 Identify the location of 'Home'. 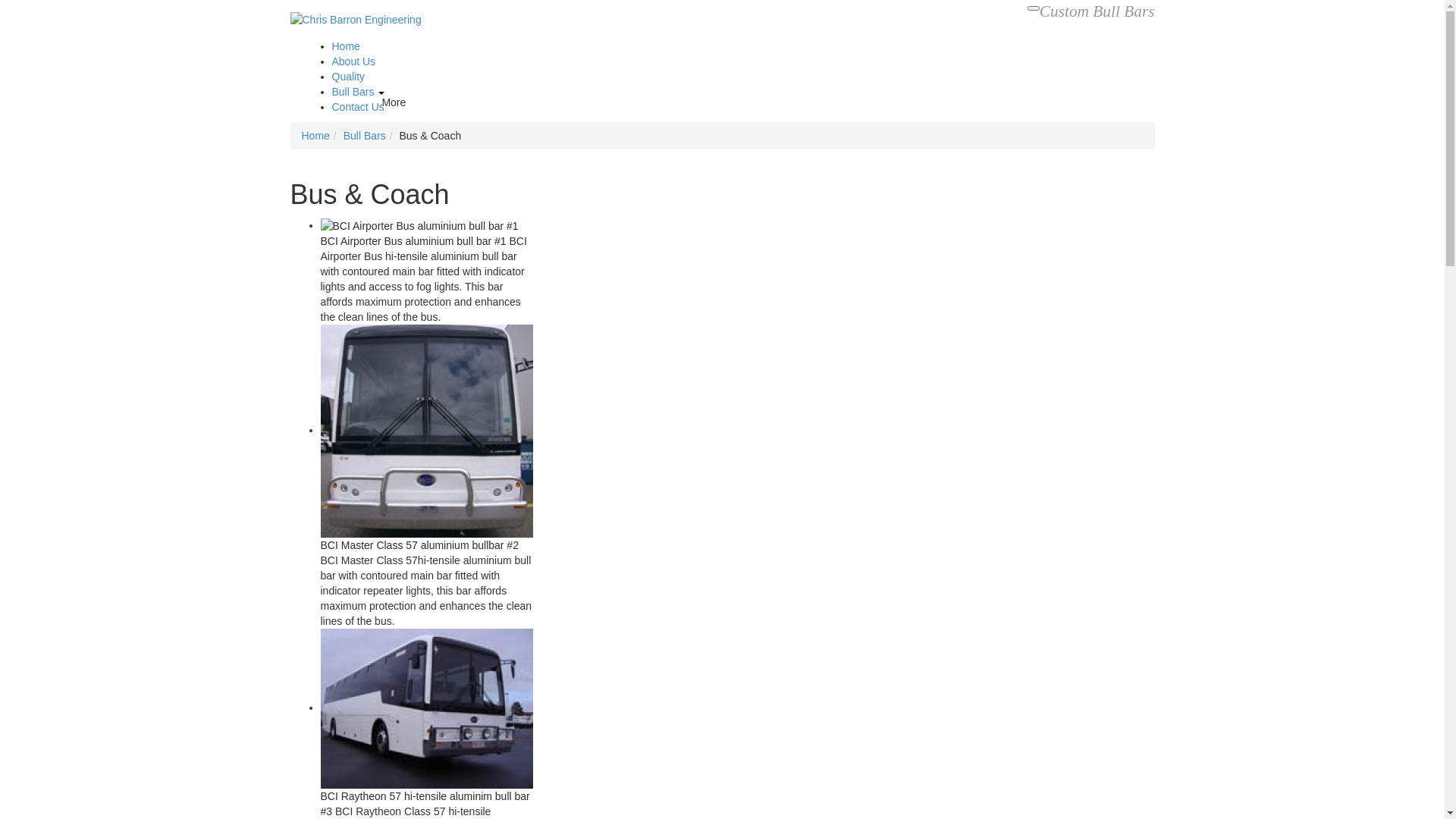
(315, 134).